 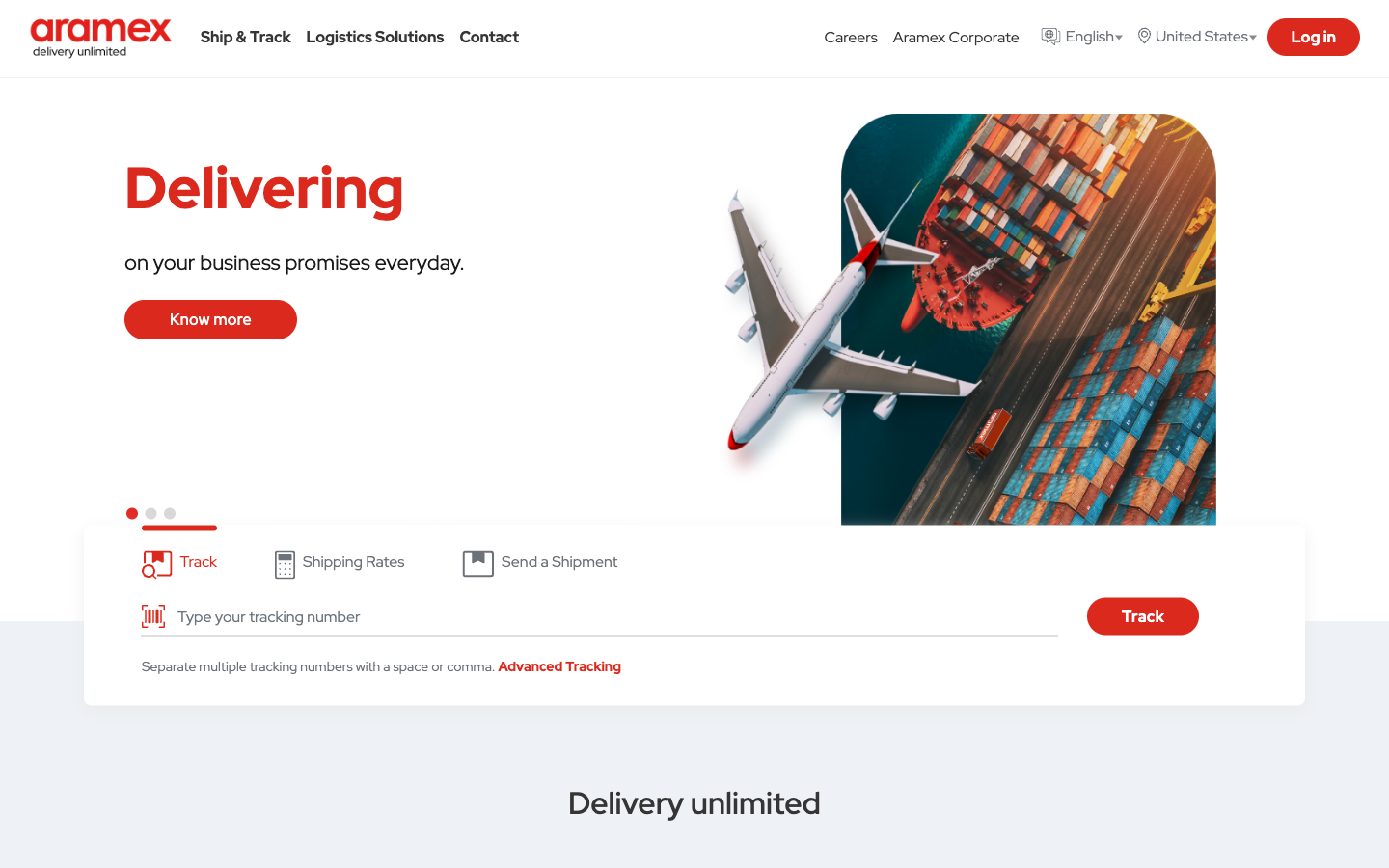 What do you see at coordinates (611, 616) in the screenshot?
I see `a package by entering the shipment tracking number 123456` at bounding box center [611, 616].